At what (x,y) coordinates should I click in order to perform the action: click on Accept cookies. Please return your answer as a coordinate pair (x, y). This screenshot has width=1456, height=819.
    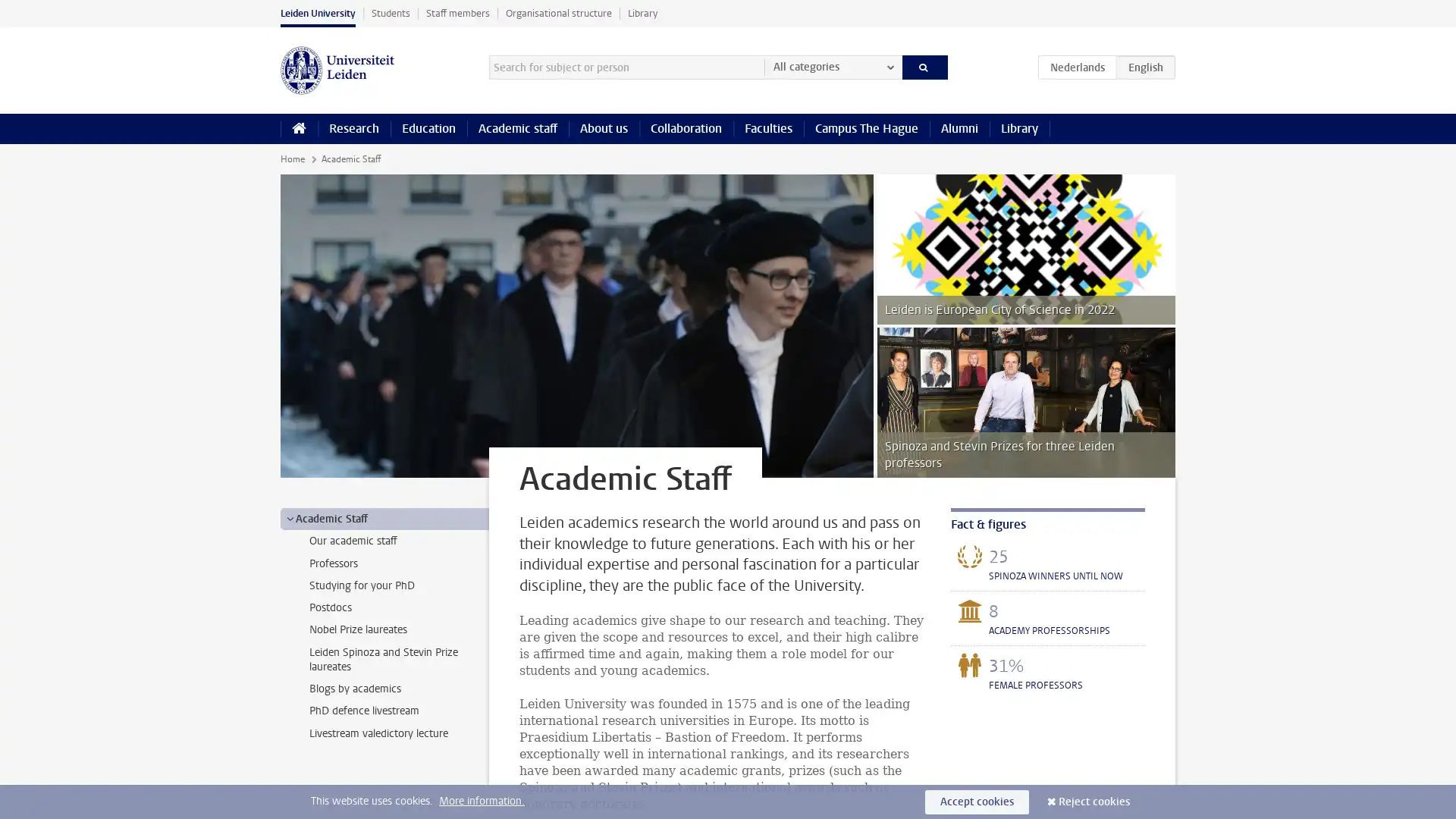
    Looking at the image, I should click on (977, 801).